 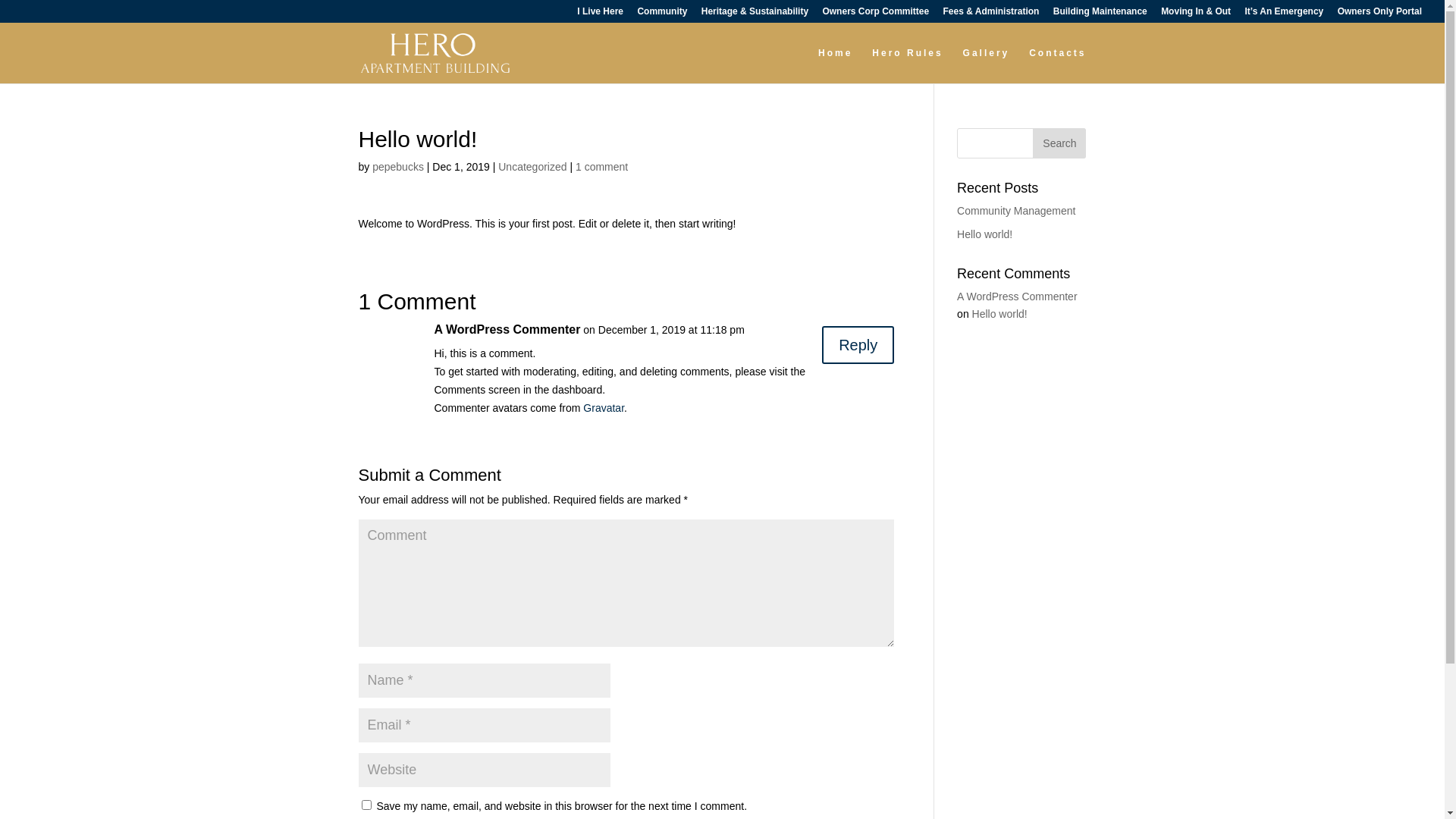 What do you see at coordinates (834, 64) in the screenshot?
I see `'Home'` at bounding box center [834, 64].